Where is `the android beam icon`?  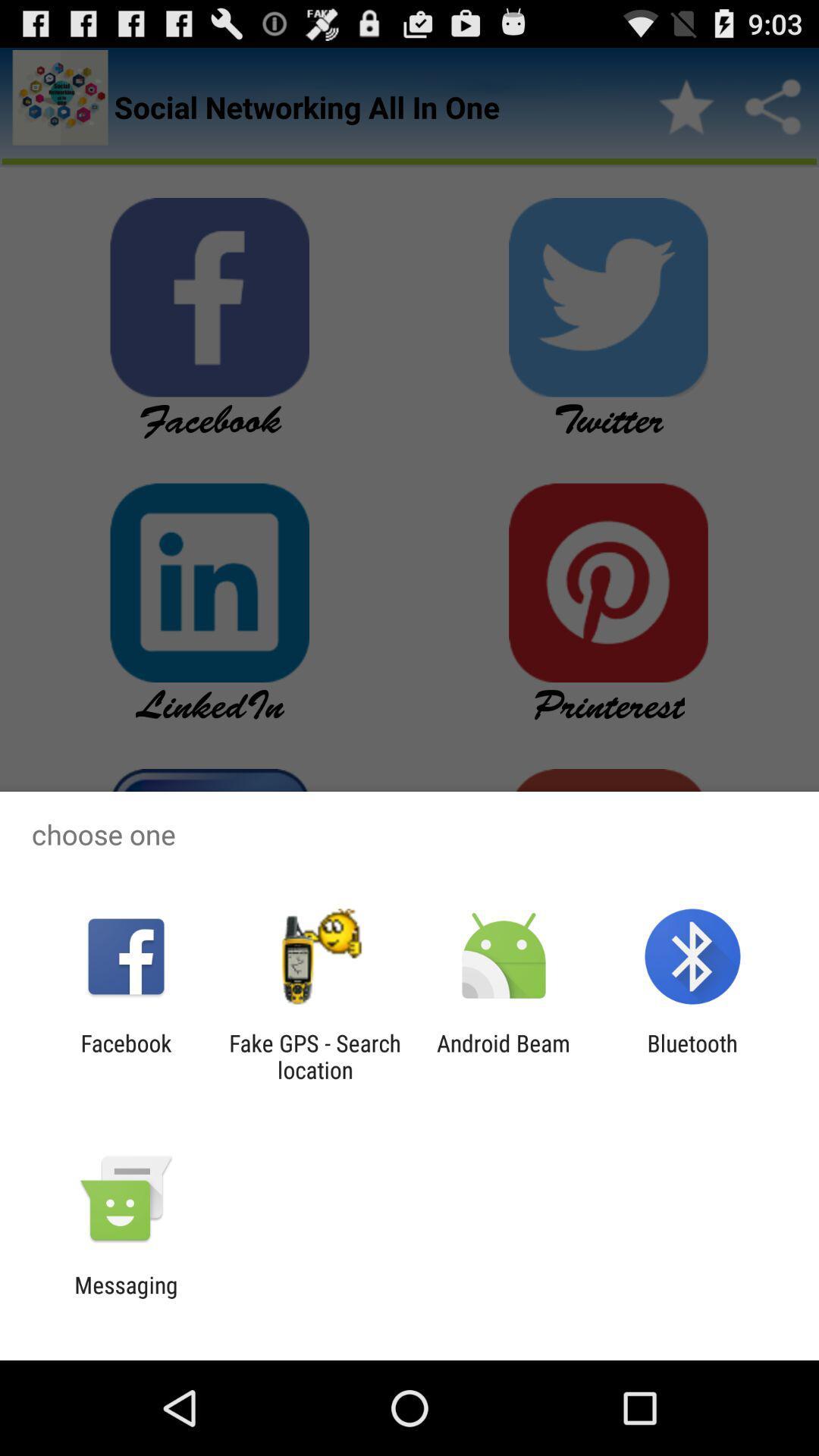 the android beam icon is located at coordinates (504, 1056).